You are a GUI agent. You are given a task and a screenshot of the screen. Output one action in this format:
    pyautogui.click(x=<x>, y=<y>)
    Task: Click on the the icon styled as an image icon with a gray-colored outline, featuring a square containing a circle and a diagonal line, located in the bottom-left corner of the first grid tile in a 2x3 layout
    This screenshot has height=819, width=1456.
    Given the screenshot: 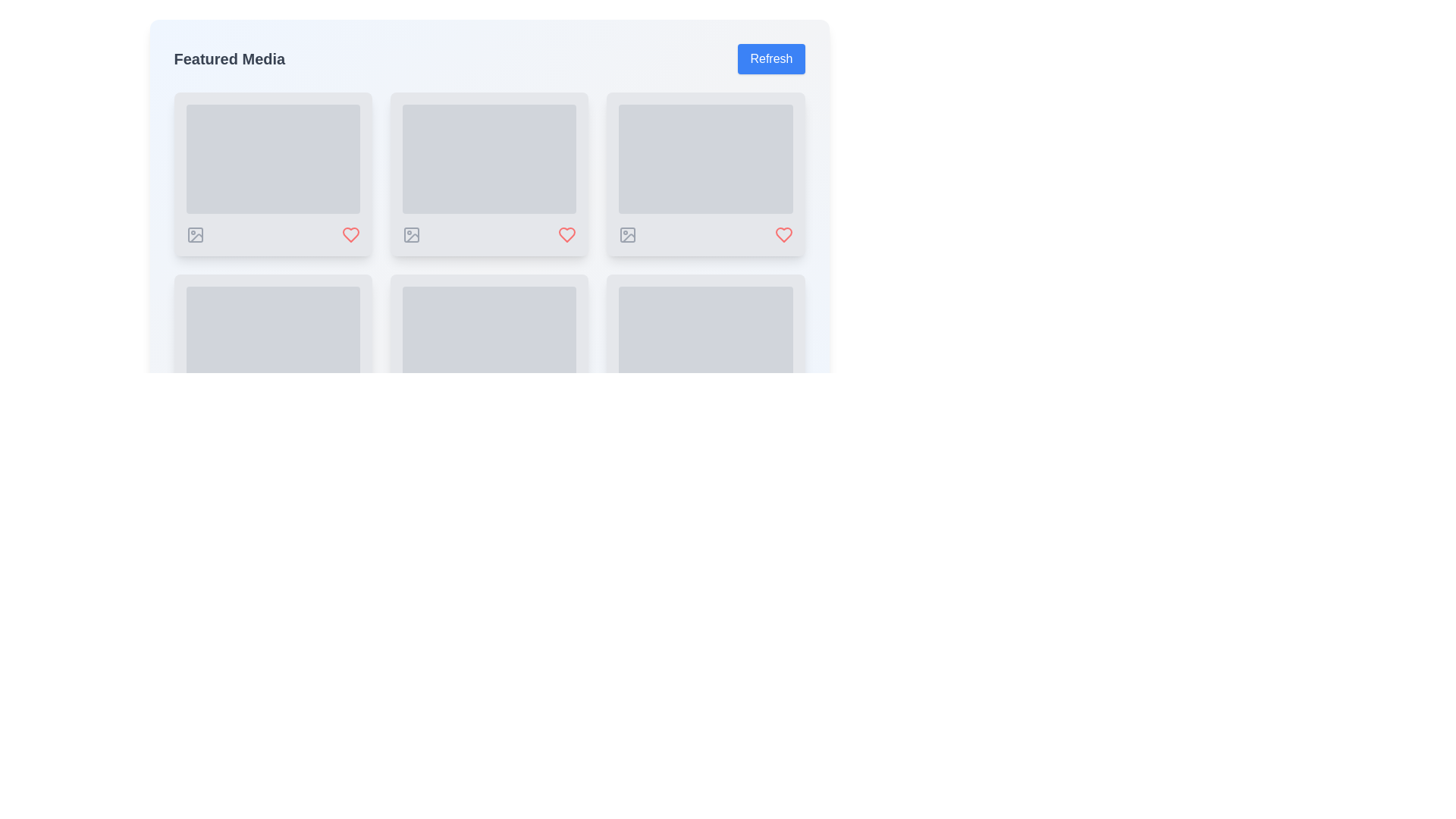 What is the action you would take?
    pyautogui.click(x=194, y=234)
    